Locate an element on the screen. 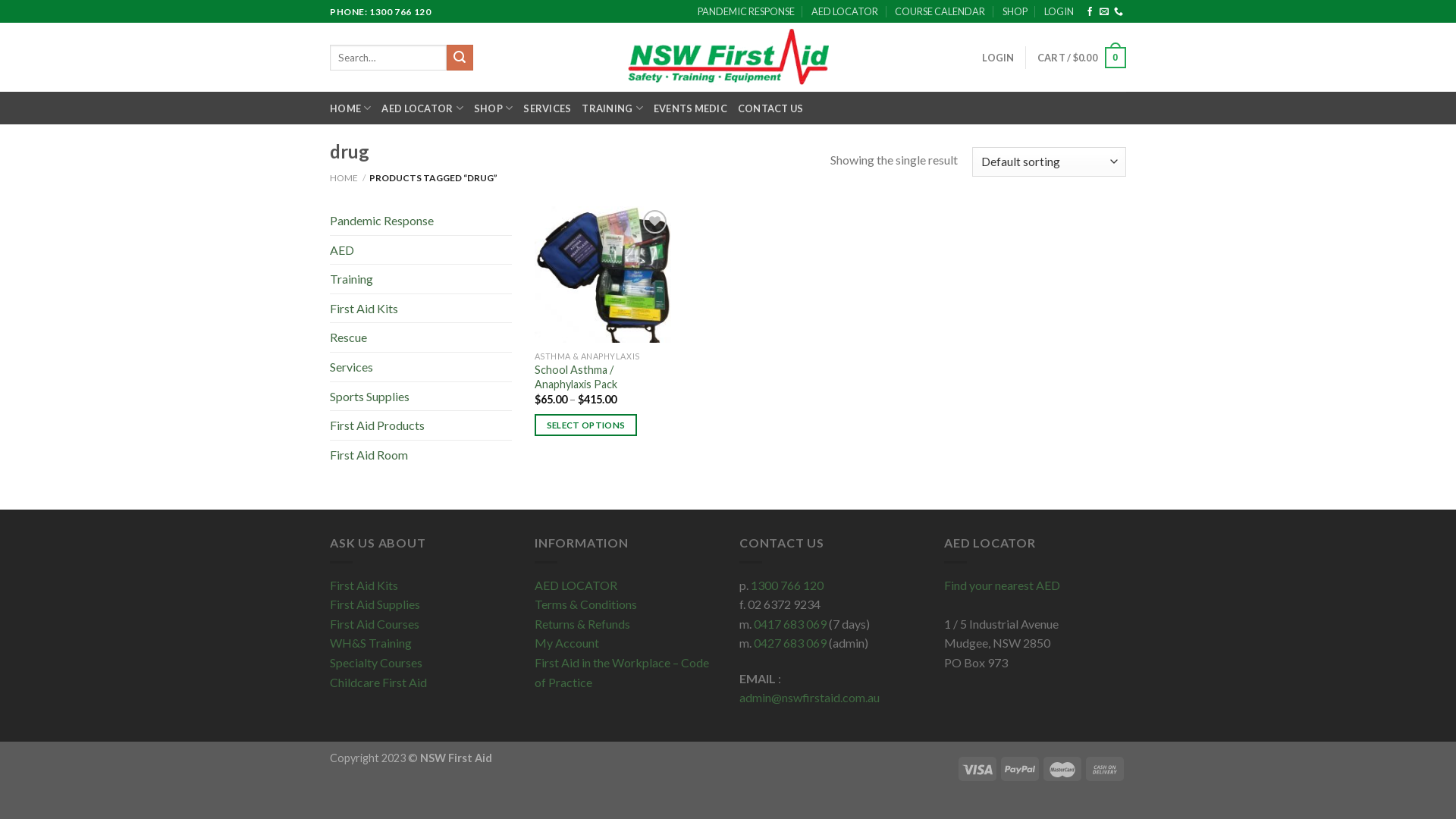  'admin@nswfirstaid.com.au' is located at coordinates (808, 697).